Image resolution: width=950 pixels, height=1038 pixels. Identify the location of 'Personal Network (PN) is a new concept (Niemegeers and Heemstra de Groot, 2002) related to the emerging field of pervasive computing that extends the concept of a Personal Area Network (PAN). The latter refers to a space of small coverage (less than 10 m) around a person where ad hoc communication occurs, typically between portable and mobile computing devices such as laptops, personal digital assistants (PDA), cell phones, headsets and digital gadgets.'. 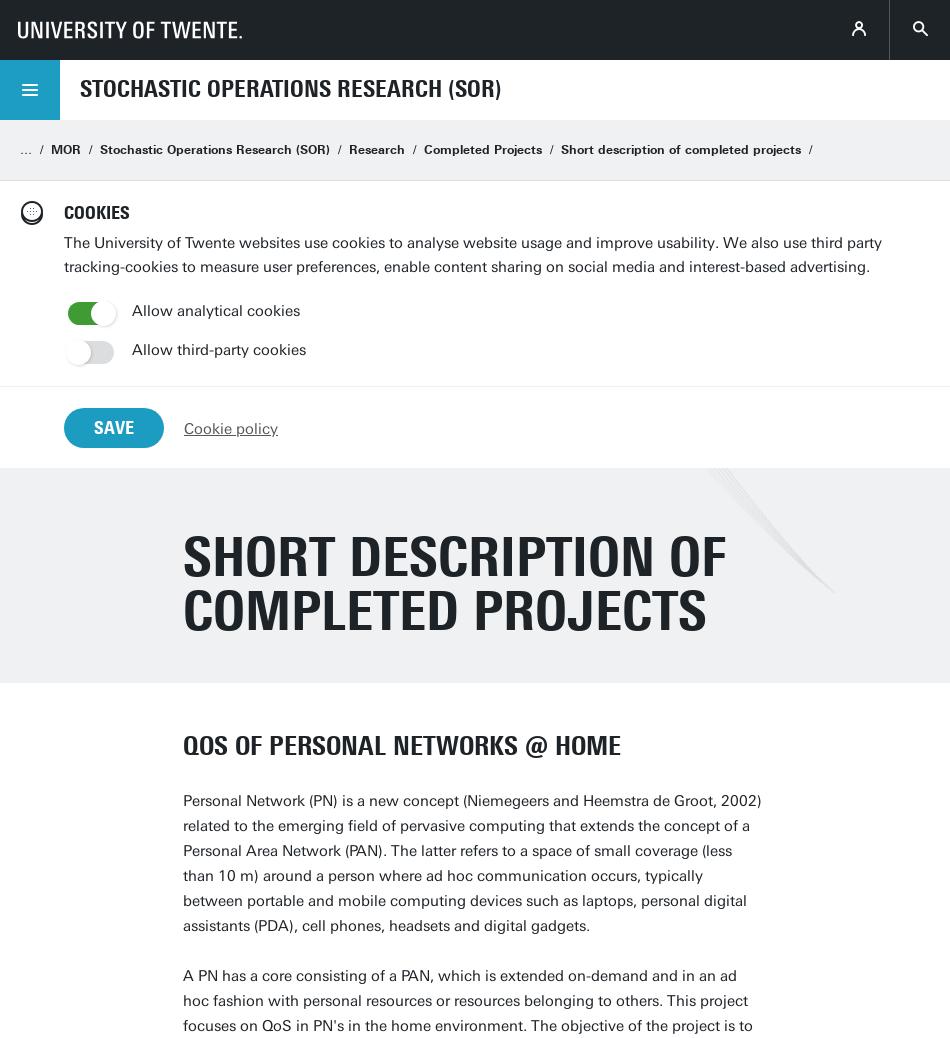
(471, 863).